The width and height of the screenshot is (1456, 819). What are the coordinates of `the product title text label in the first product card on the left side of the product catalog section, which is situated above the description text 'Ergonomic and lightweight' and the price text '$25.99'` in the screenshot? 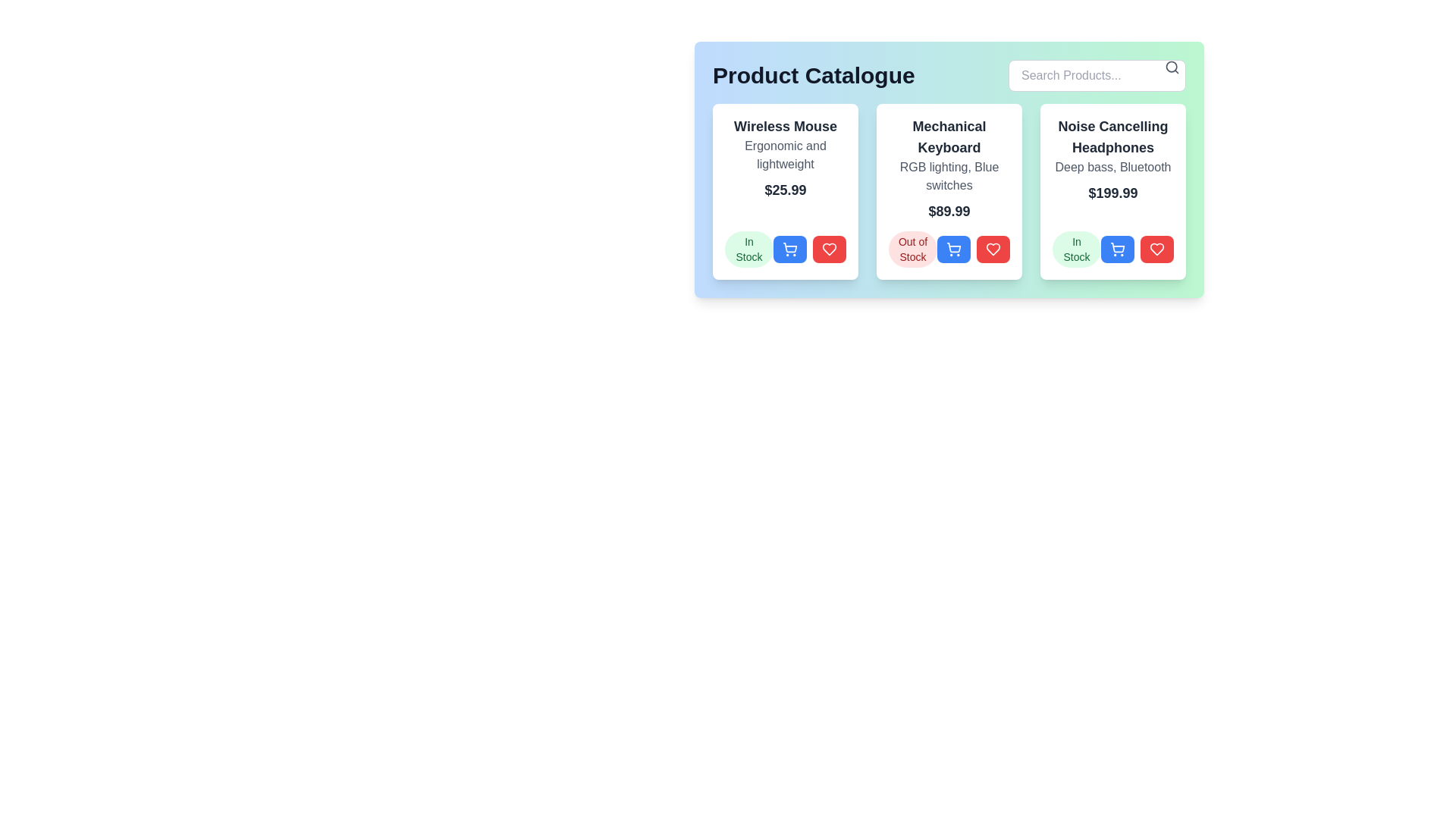 It's located at (786, 125).